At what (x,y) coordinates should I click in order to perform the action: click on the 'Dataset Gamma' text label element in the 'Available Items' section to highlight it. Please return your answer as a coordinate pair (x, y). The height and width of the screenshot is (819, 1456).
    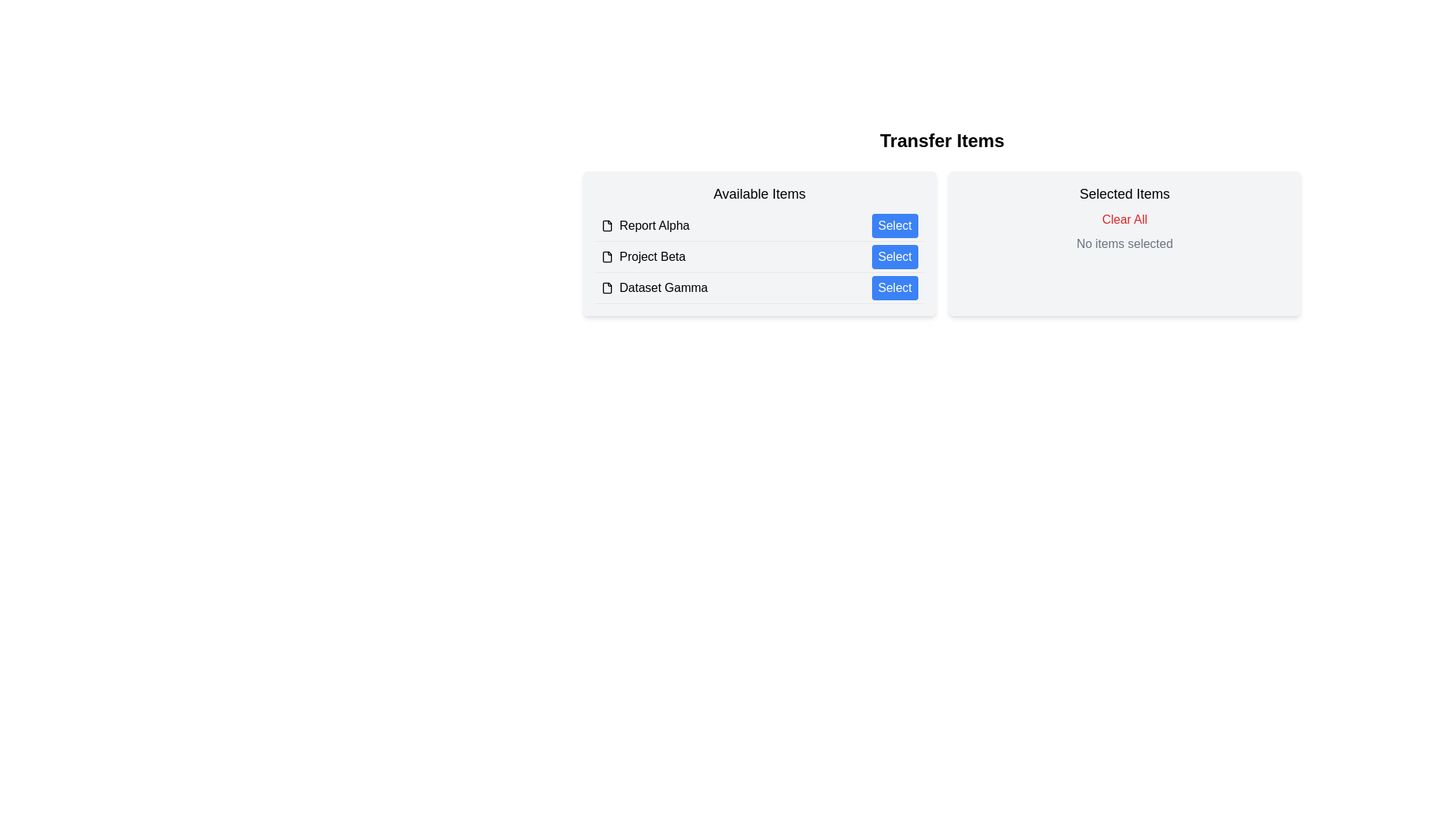
    Looking at the image, I should click on (654, 288).